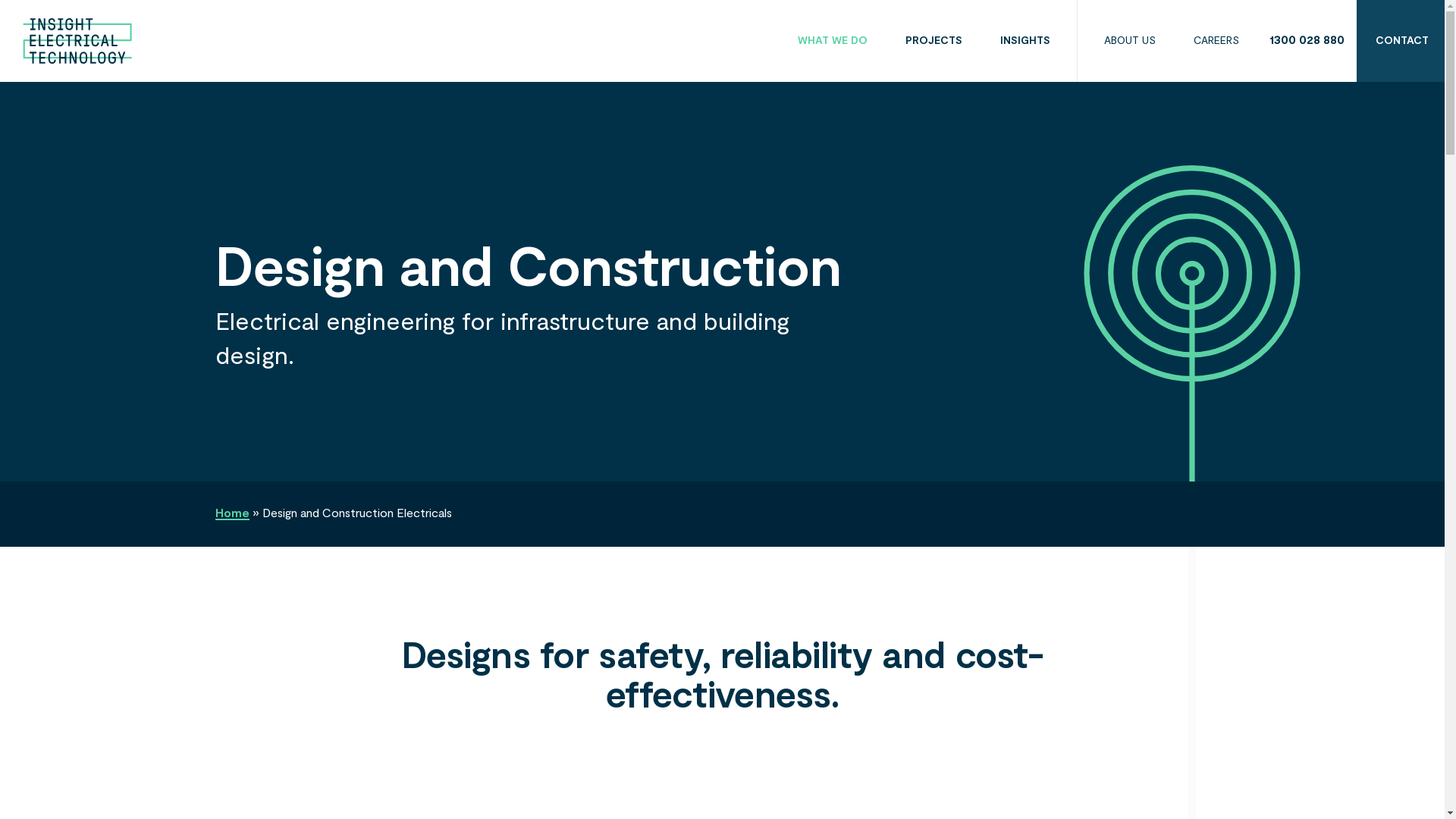 The width and height of the screenshot is (1456, 819). Describe the element at coordinates (933, 40) in the screenshot. I see `'PROJECTS'` at that location.